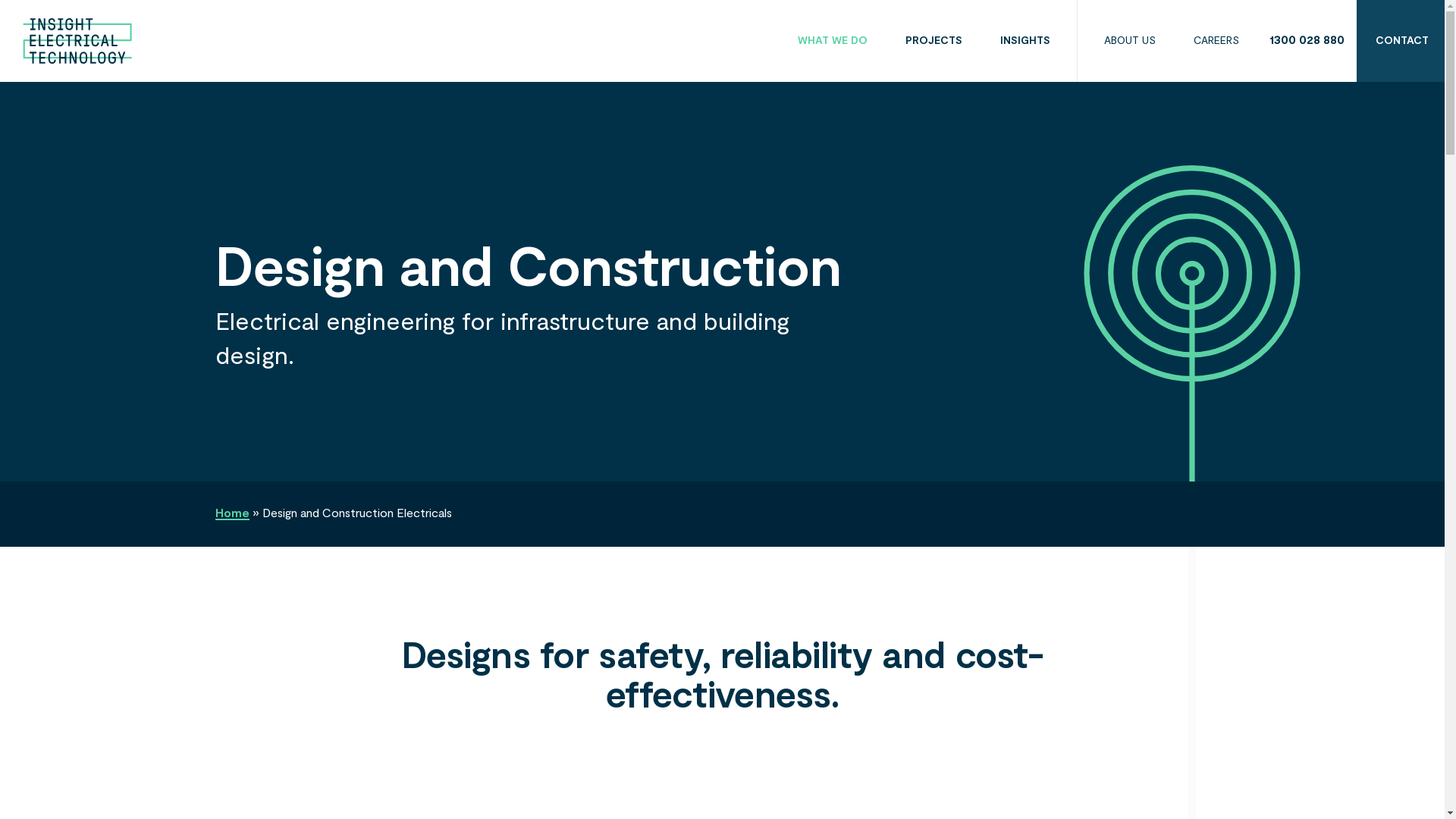 The width and height of the screenshot is (1456, 819). Describe the element at coordinates (933, 40) in the screenshot. I see `'PROJECTS'` at that location.